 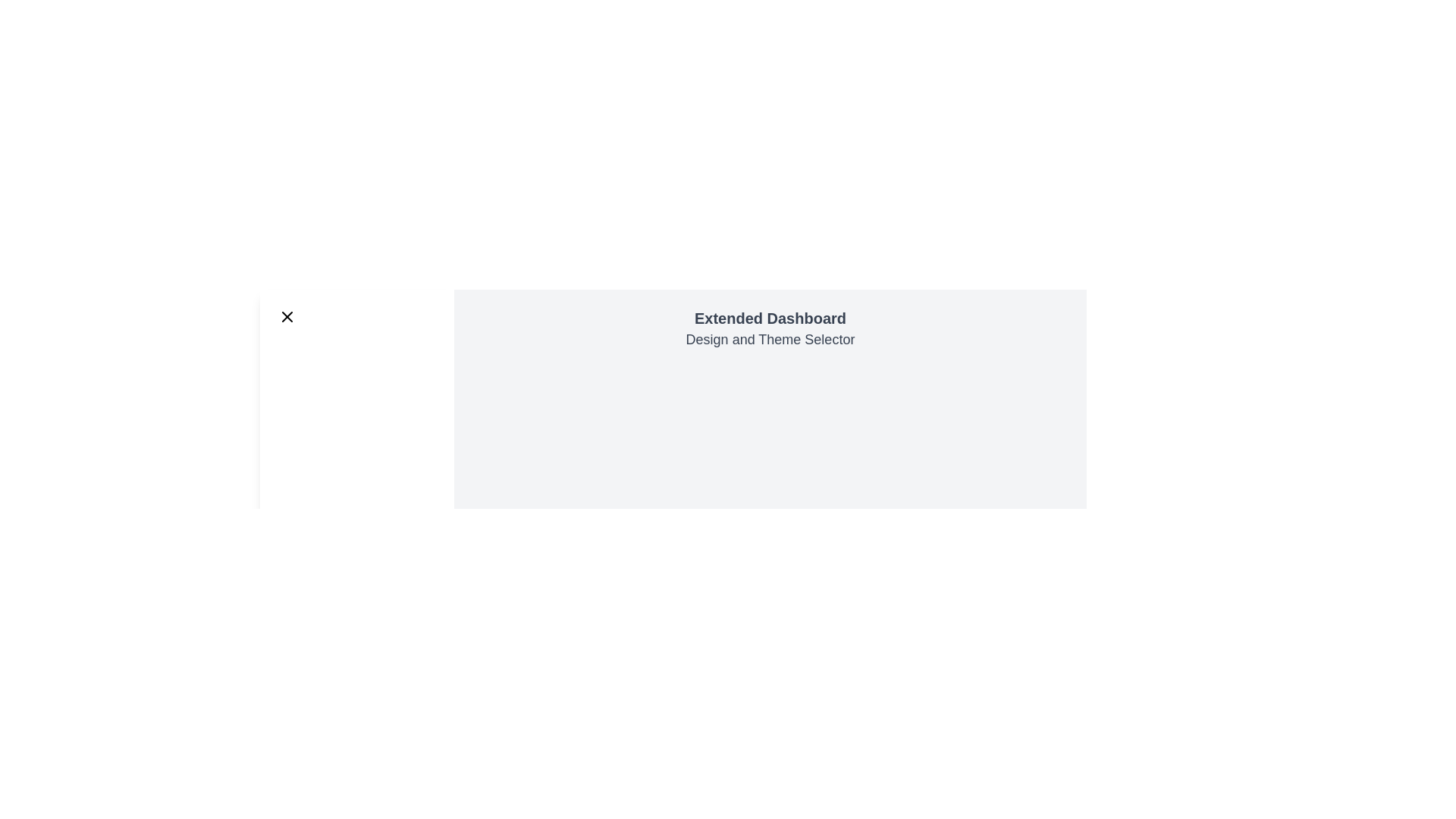 What do you see at coordinates (356, 420) in the screenshot?
I see `the navigation item Calendar` at bounding box center [356, 420].